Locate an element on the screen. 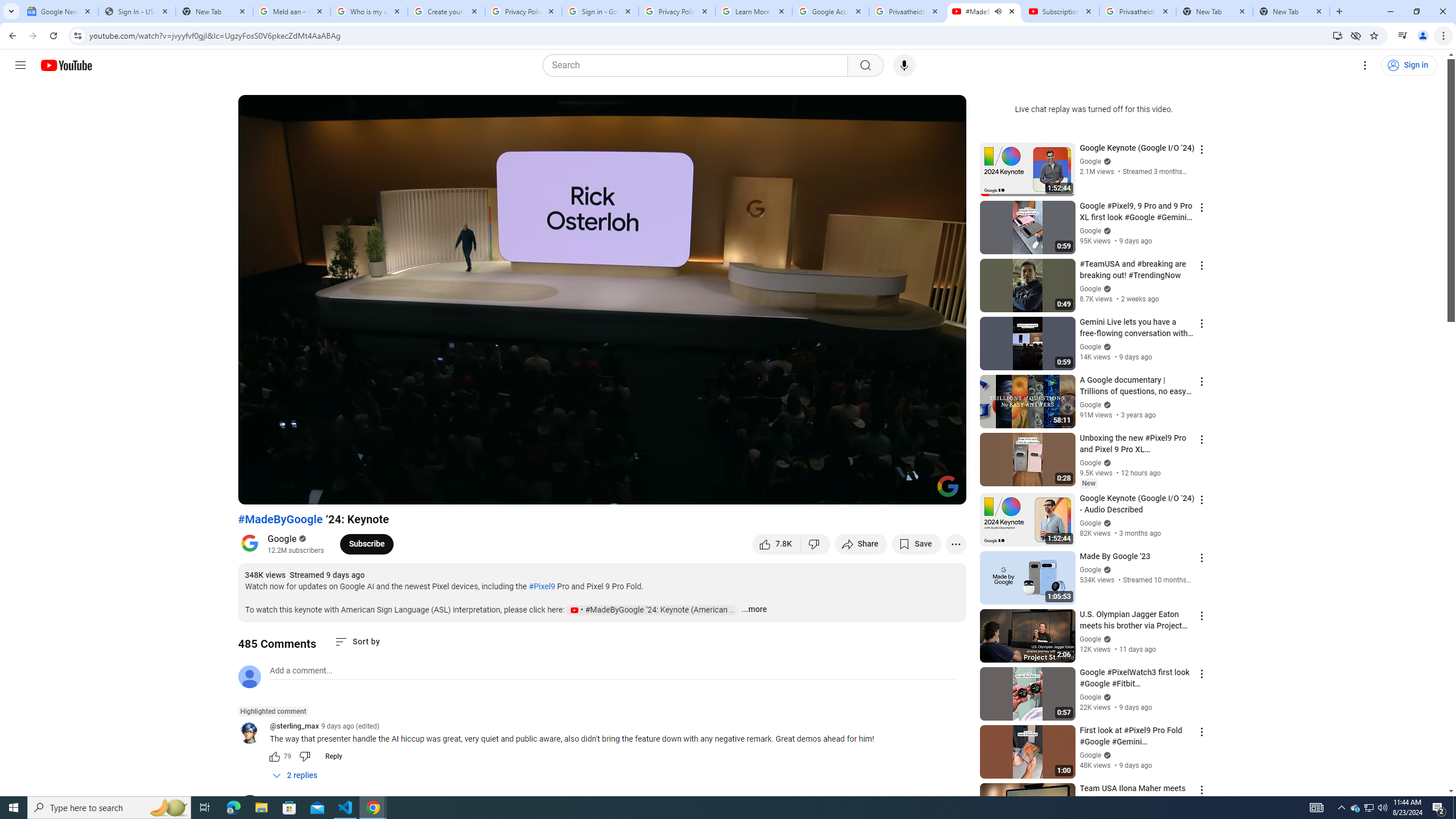  '#Pixel9' is located at coordinates (541, 586).